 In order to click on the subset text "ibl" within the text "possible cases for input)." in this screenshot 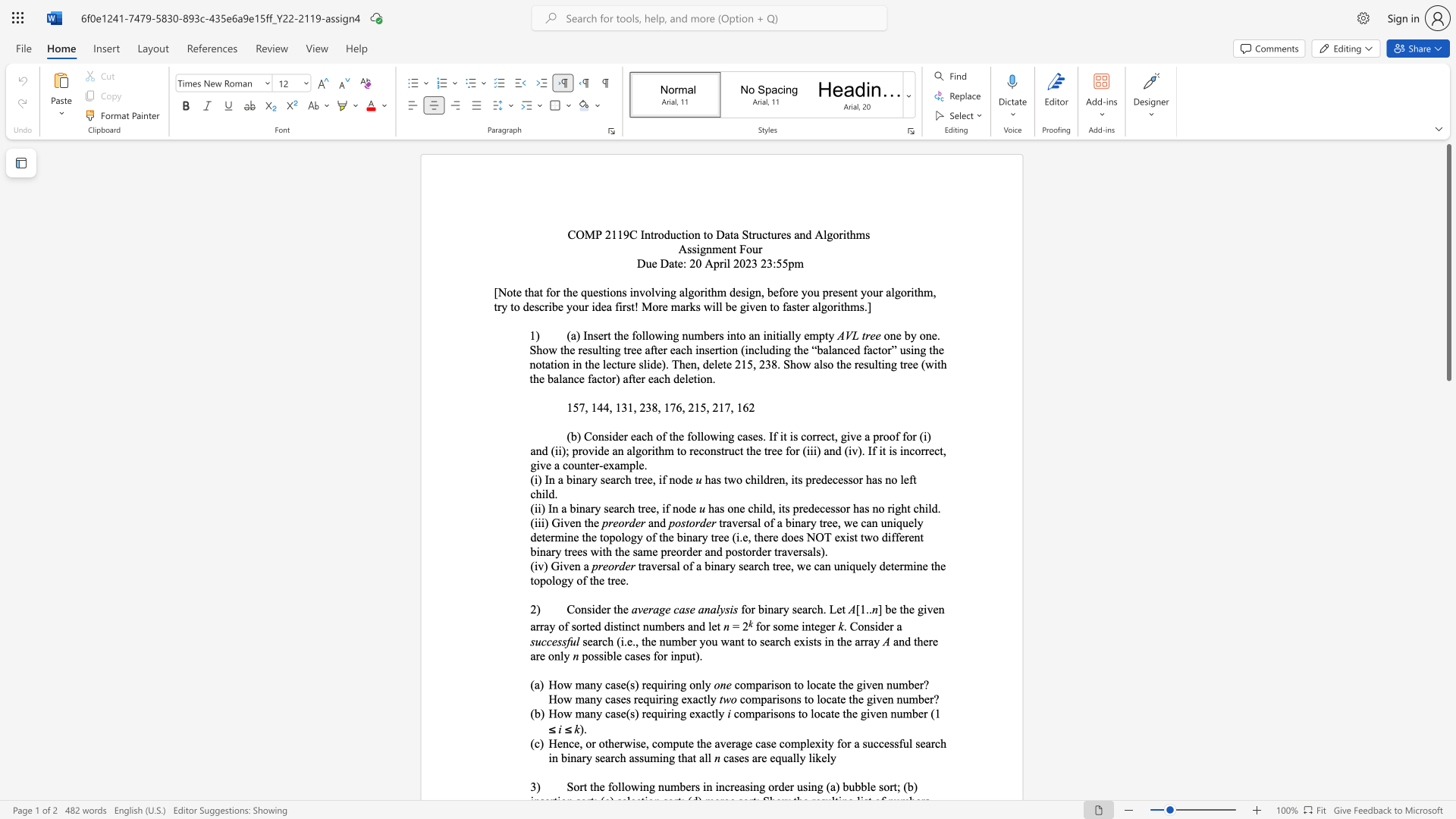, I will do `click(602, 655)`.